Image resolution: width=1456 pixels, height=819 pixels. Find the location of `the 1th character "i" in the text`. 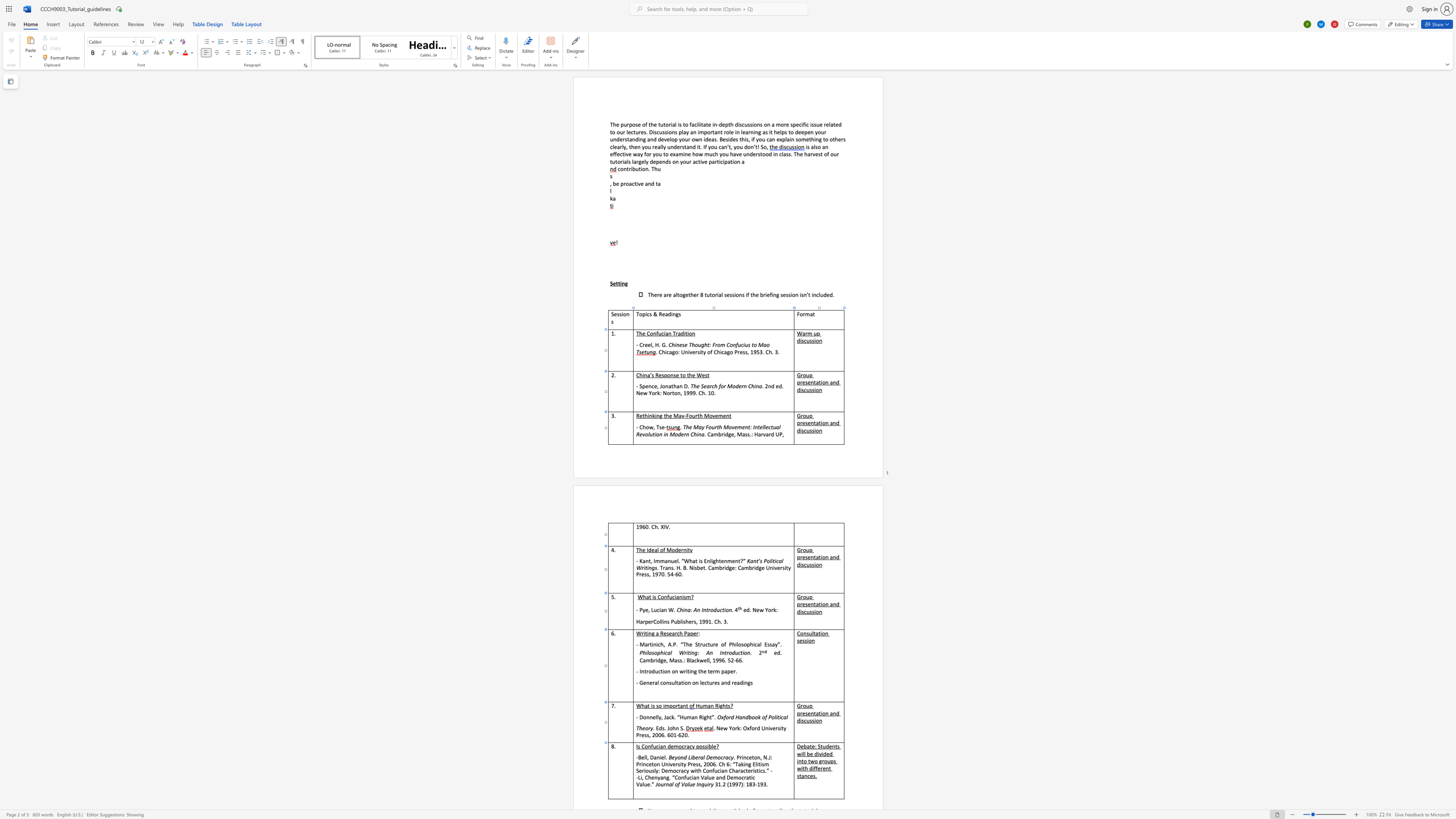

the 1th character "i" in the text is located at coordinates (821, 713).